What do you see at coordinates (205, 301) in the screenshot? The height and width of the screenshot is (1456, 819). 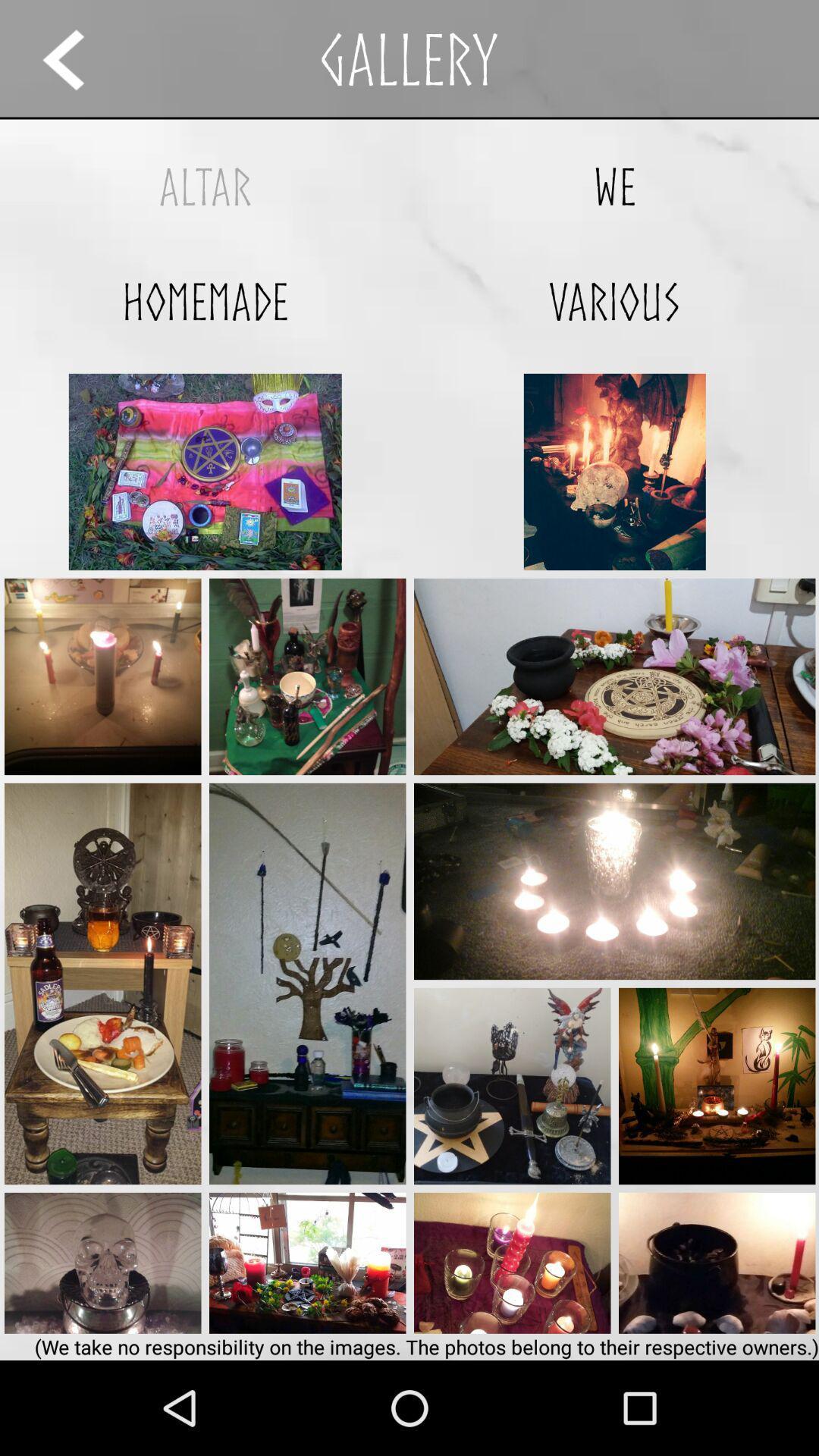 I see `the app to the left of various` at bounding box center [205, 301].